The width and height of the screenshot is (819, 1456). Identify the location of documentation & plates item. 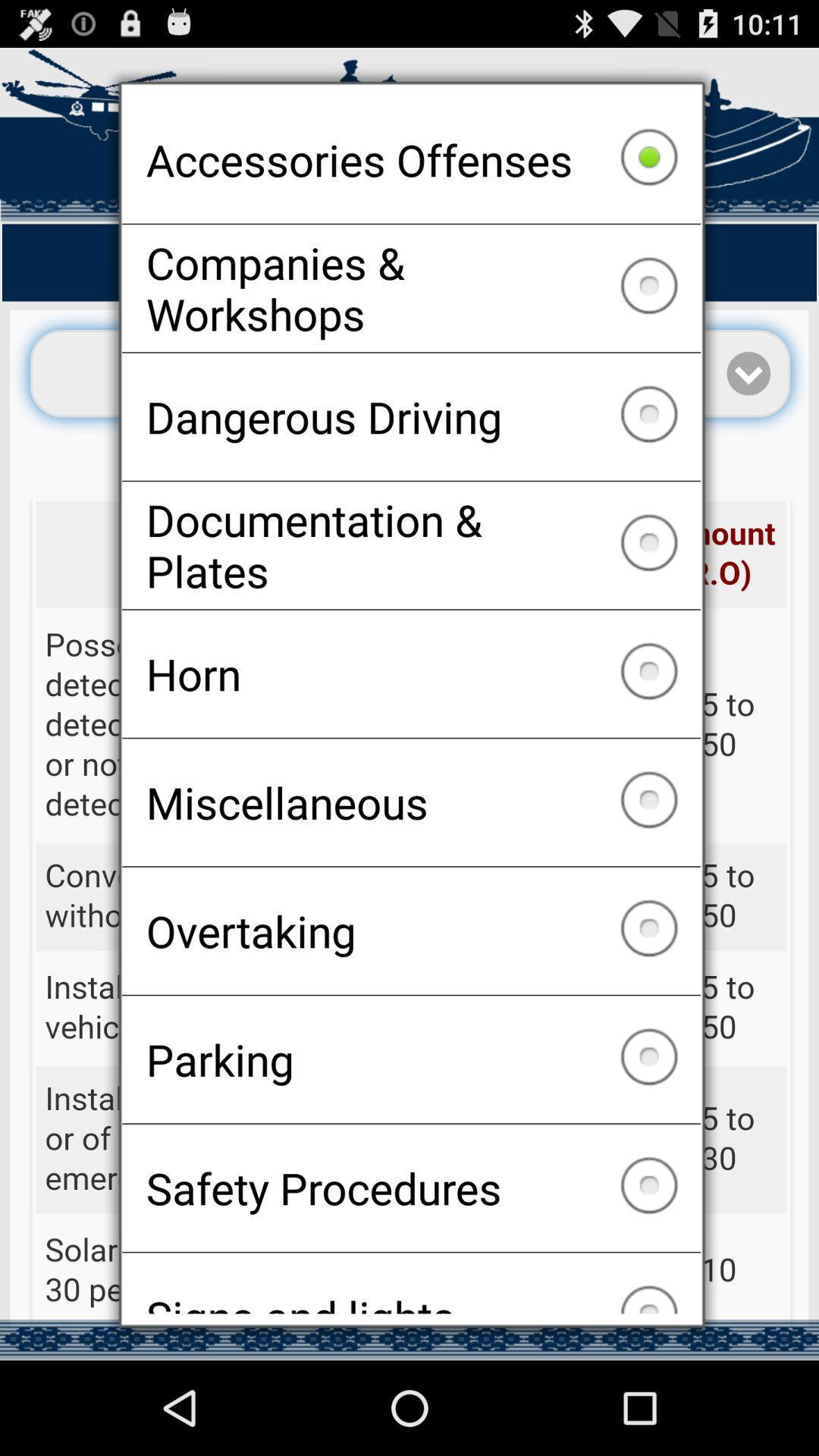
(411, 545).